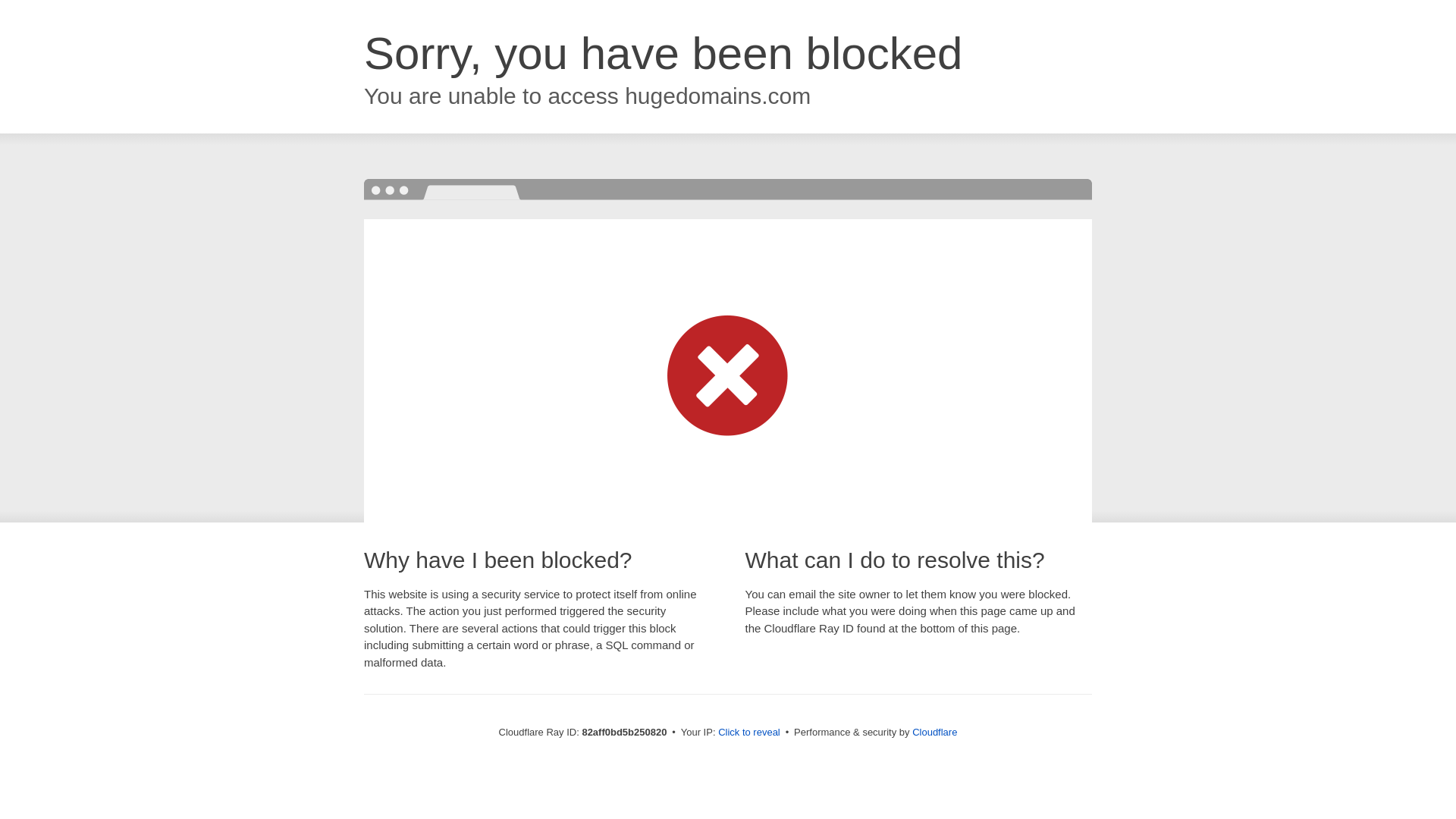 This screenshot has width=1456, height=819. What do you see at coordinates (934, 731) in the screenshot?
I see `'Cloudflare'` at bounding box center [934, 731].